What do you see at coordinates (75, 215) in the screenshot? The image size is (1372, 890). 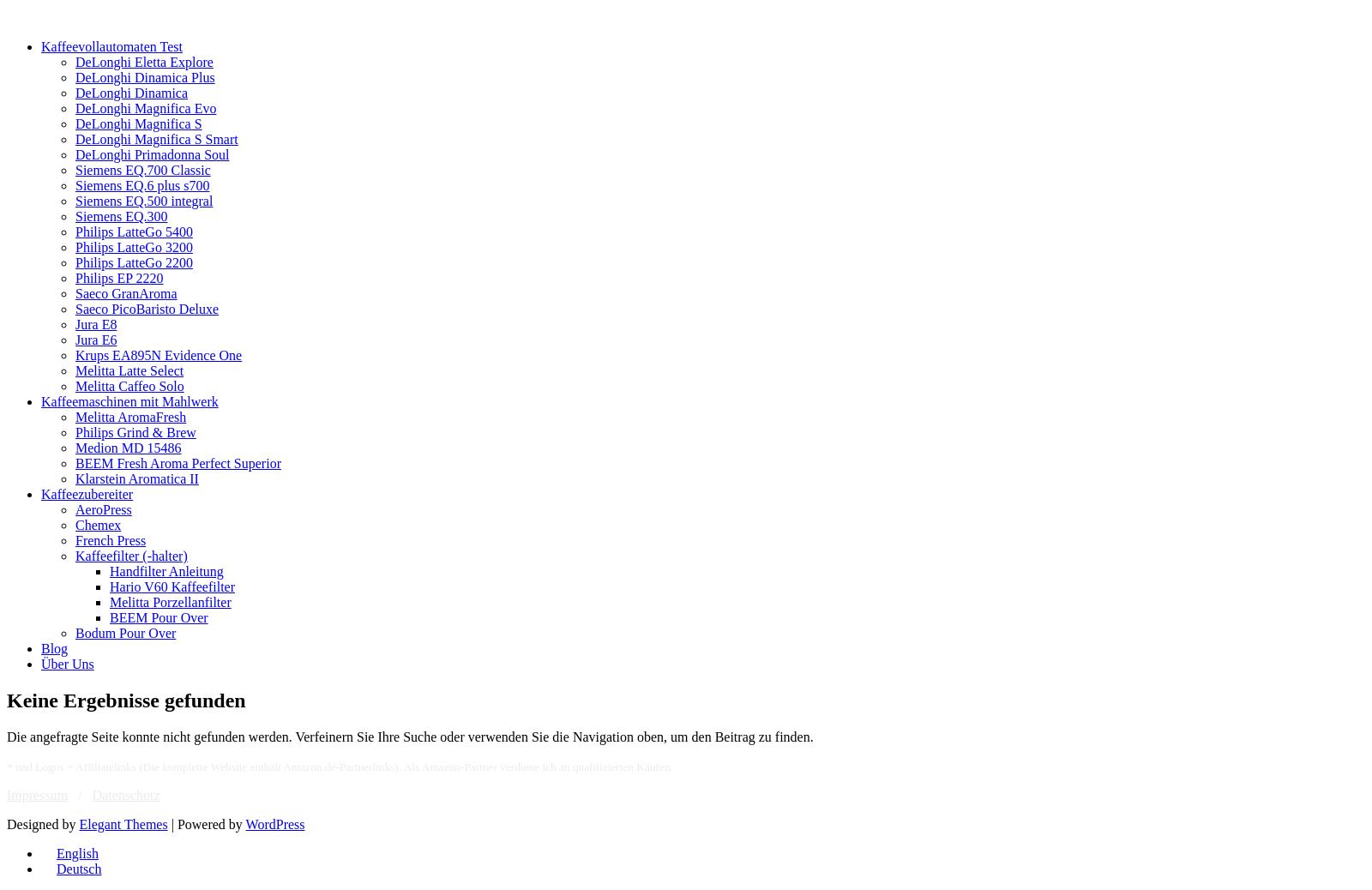 I see `'Siemens EQ.300'` at bounding box center [75, 215].